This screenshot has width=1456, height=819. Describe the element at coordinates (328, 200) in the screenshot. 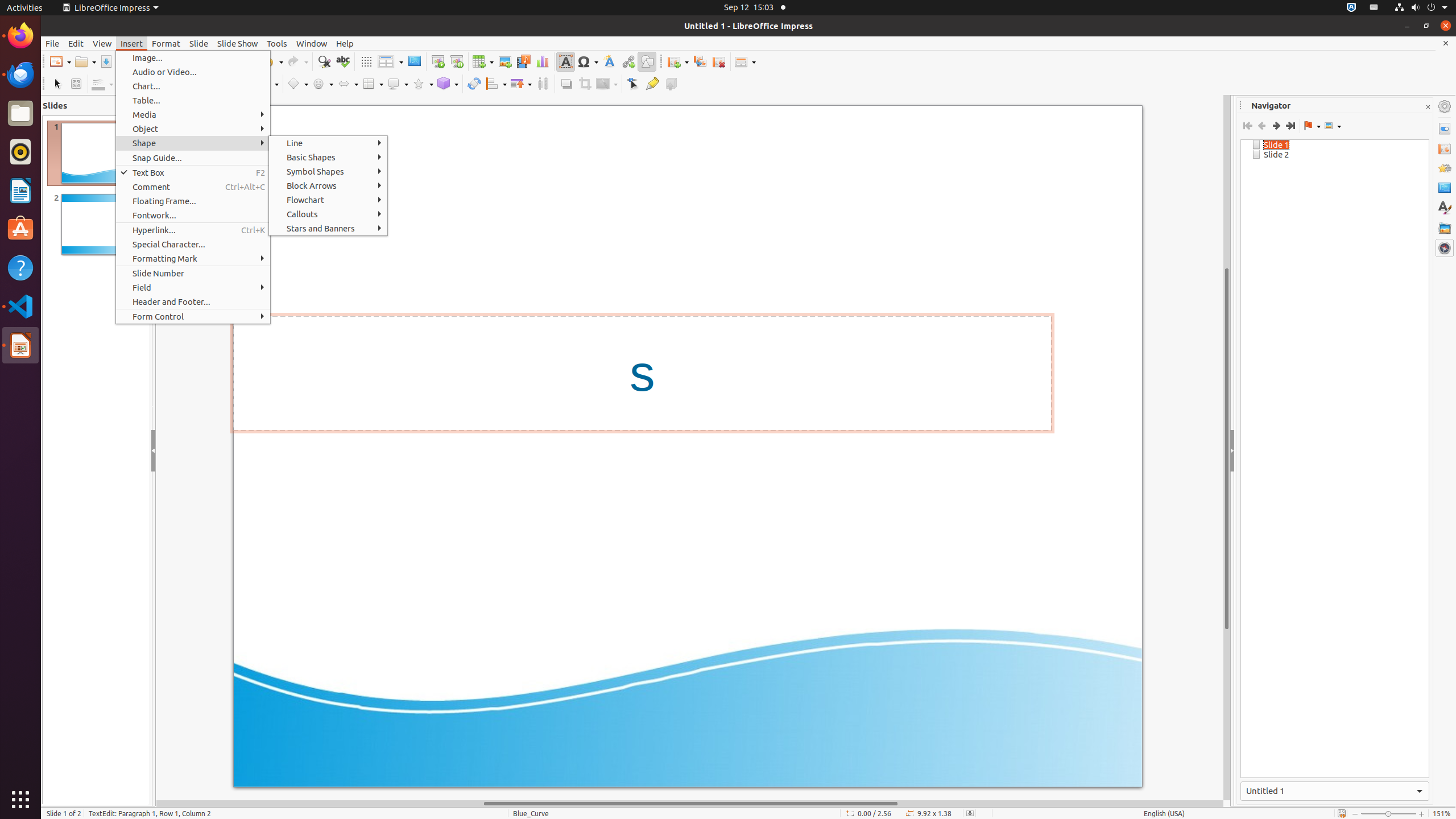

I see `'Flowchart'` at that location.